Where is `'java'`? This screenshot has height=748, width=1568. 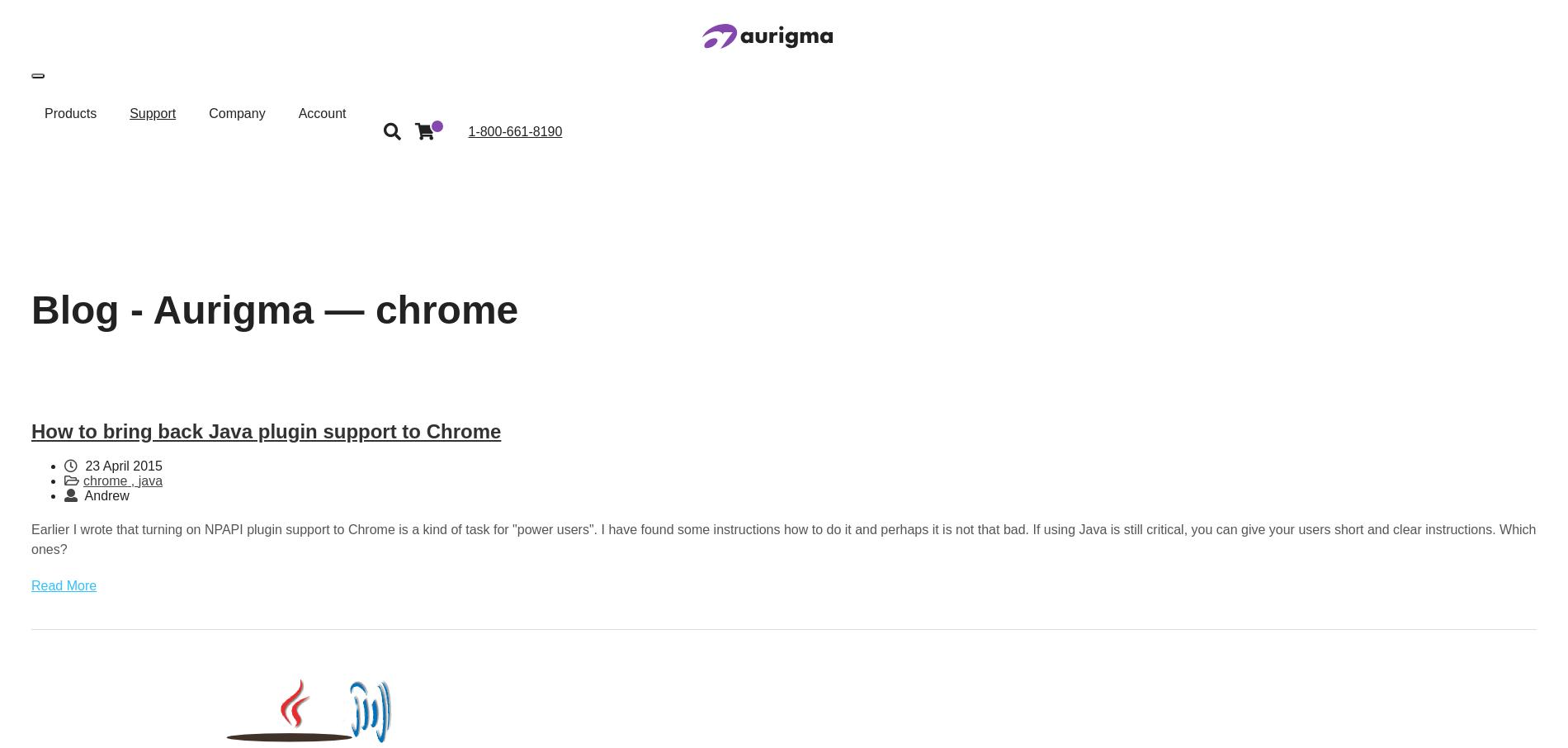 'java' is located at coordinates (138, 480).